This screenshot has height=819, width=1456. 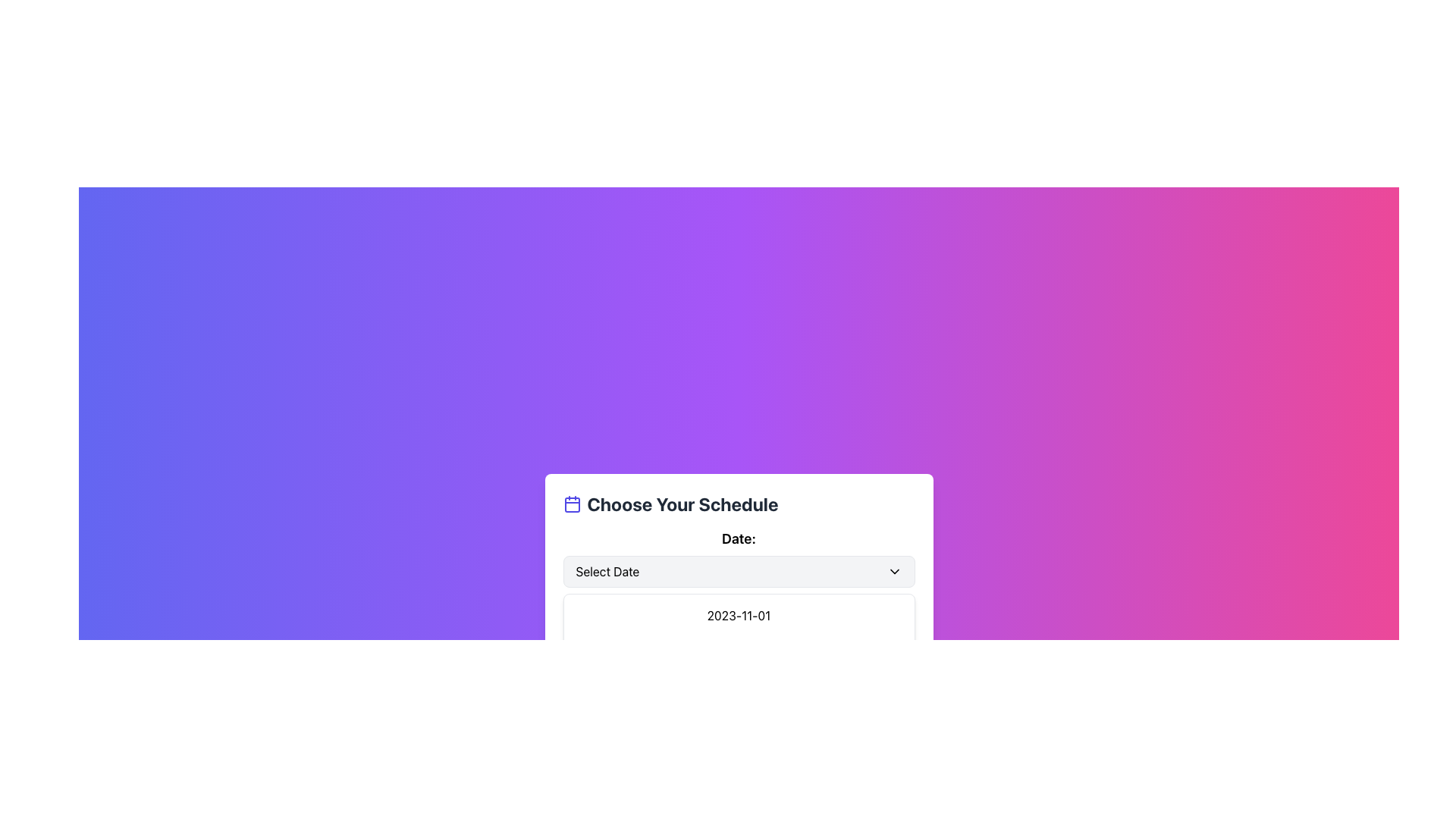 I want to click on the first selectable date option in the dropdown menu located below the 'Select Date' dropdown, so click(x=739, y=616).